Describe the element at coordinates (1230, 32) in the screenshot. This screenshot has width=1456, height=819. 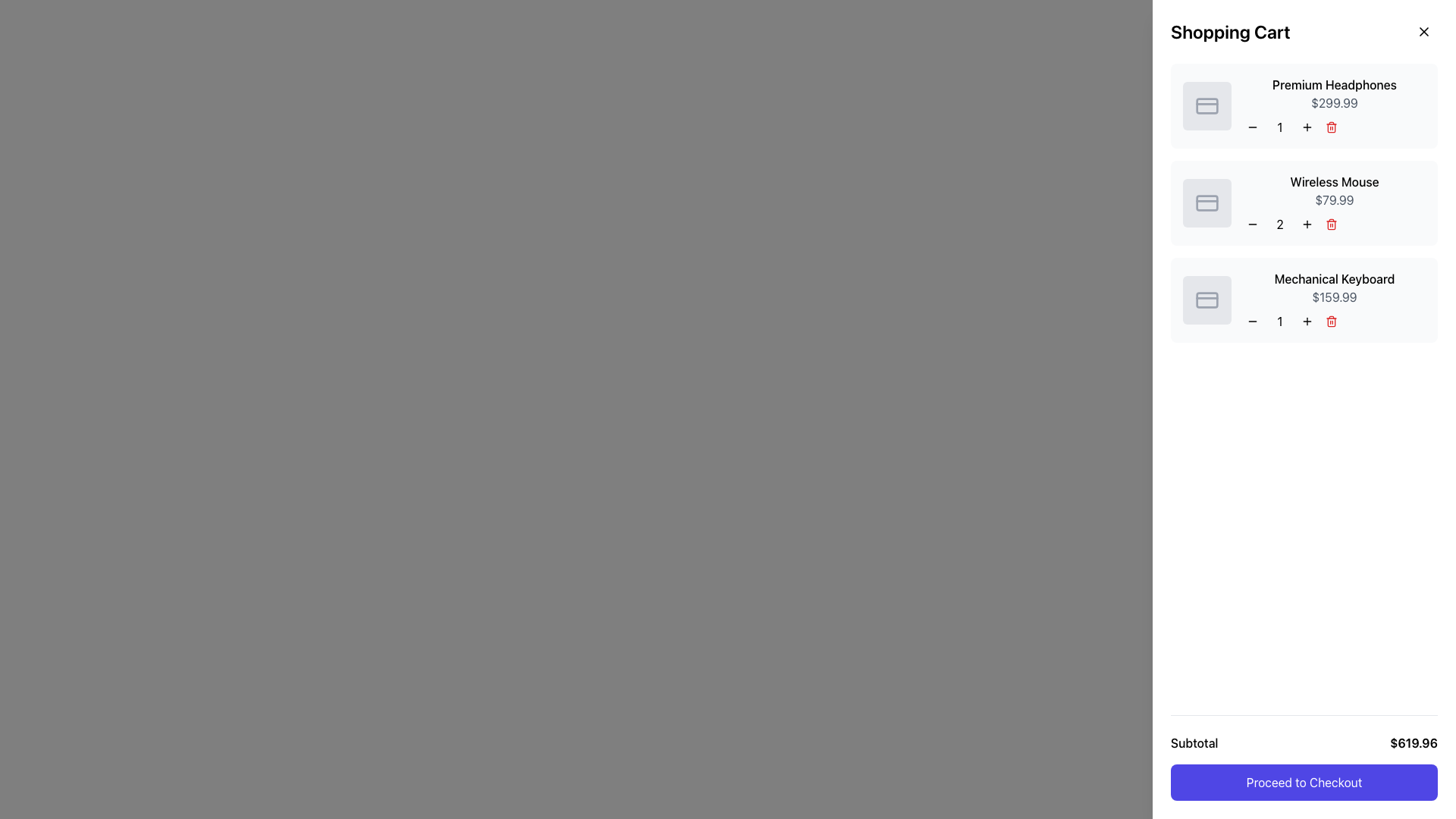
I see `the 'Shopping Cart' text label located in the top left corner of the shopping cart panel` at that location.